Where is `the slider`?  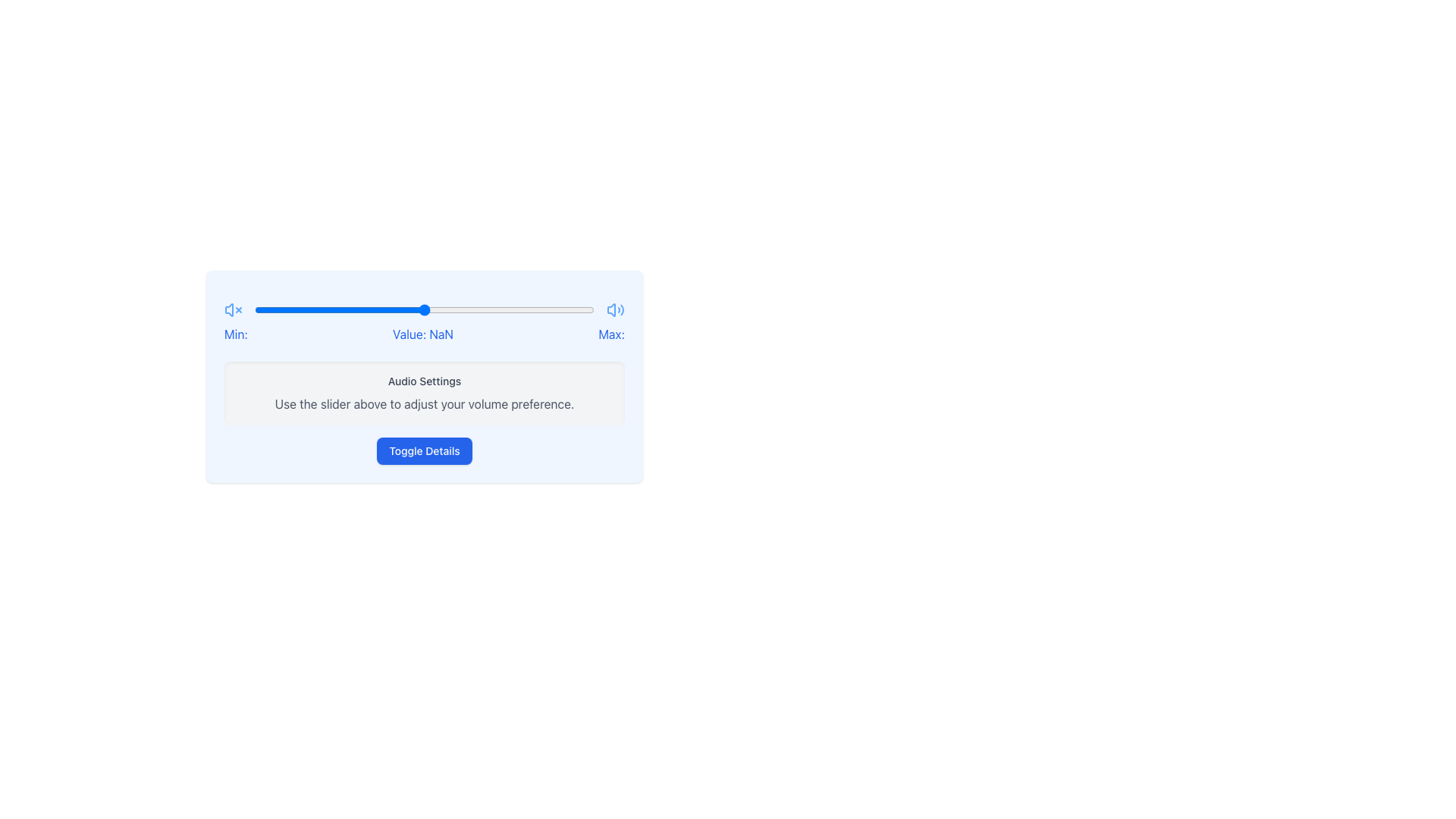 the slider is located at coordinates (450, 309).